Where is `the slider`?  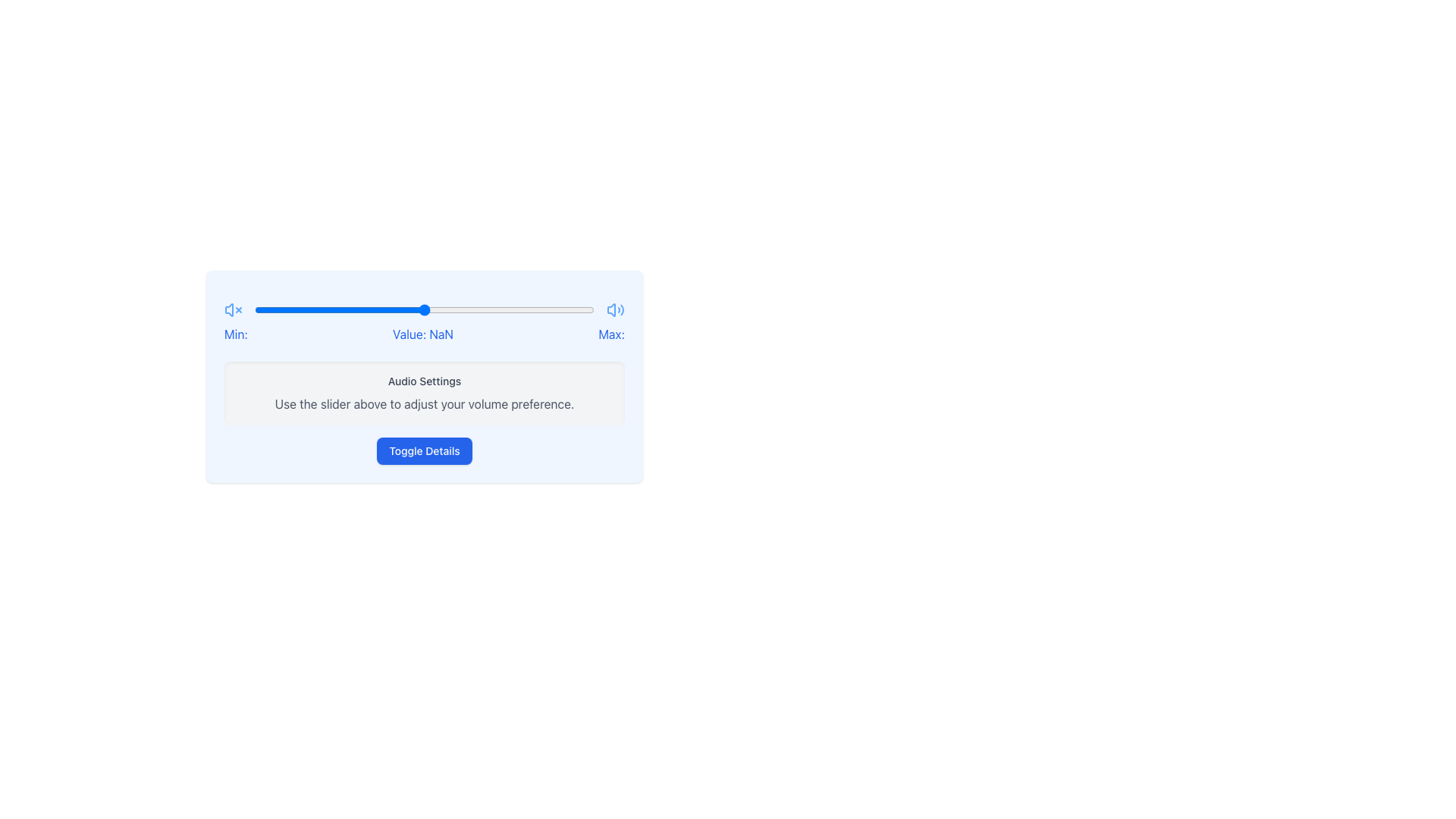 the slider is located at coordinates (450, 309).